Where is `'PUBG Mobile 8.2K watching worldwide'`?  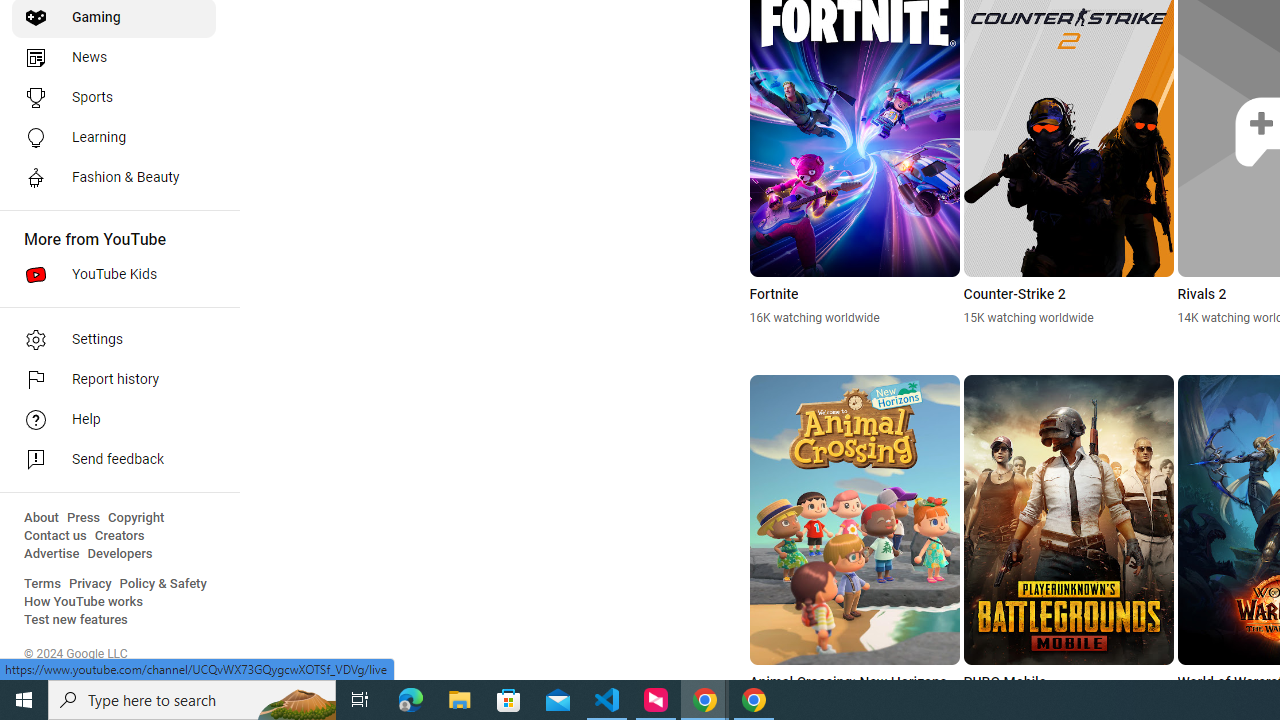 'PUBG Mobile 8.2K watching worldwide' is located at coordinates (1067, 545).